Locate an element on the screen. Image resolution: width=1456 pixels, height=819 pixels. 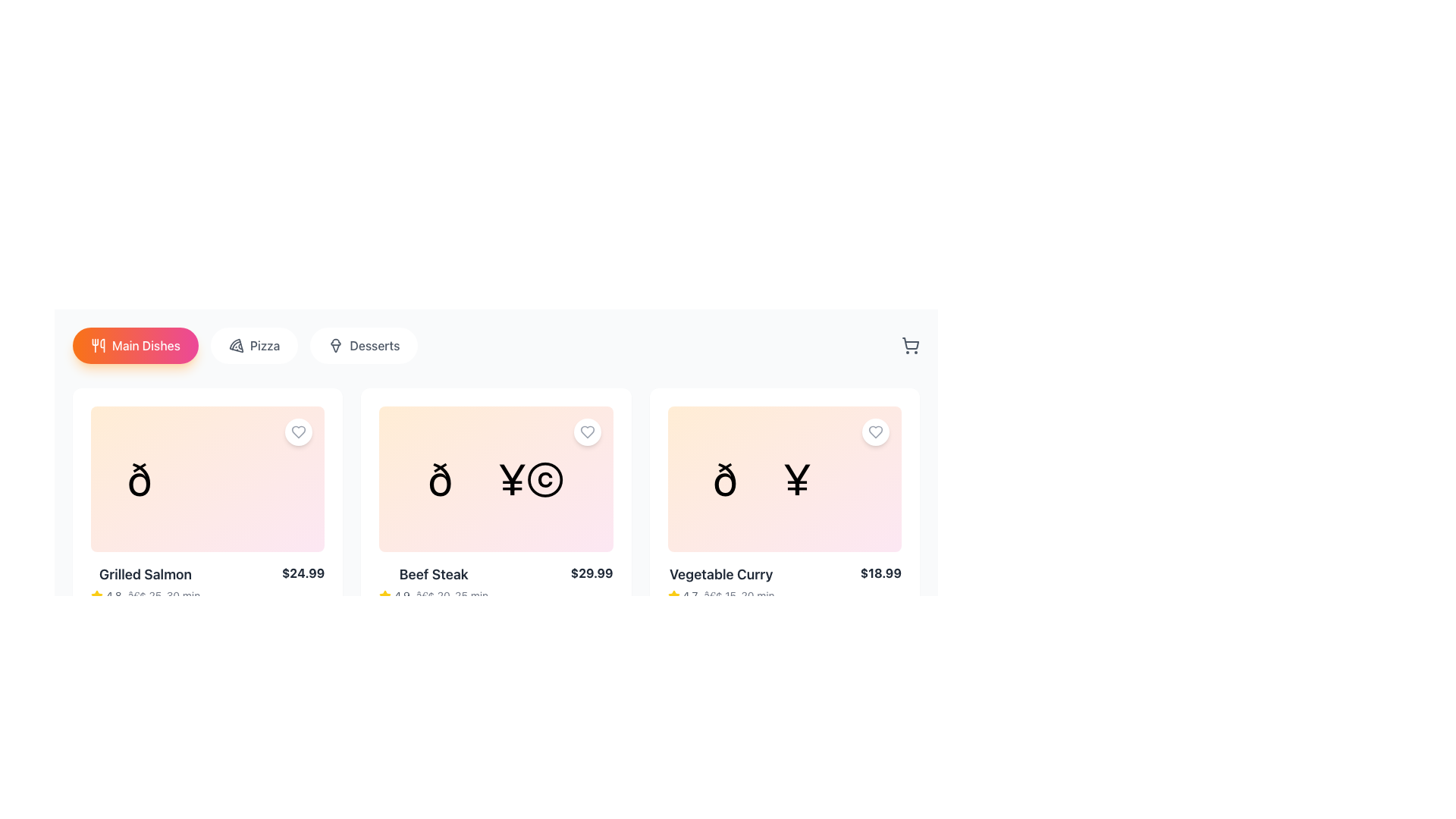
the static text element labeled '4.8', which is styled in yellow and positioned beside a star icon, indicating a rating for the product 'Grilled Salmon' is located at coordinates (105, 595).